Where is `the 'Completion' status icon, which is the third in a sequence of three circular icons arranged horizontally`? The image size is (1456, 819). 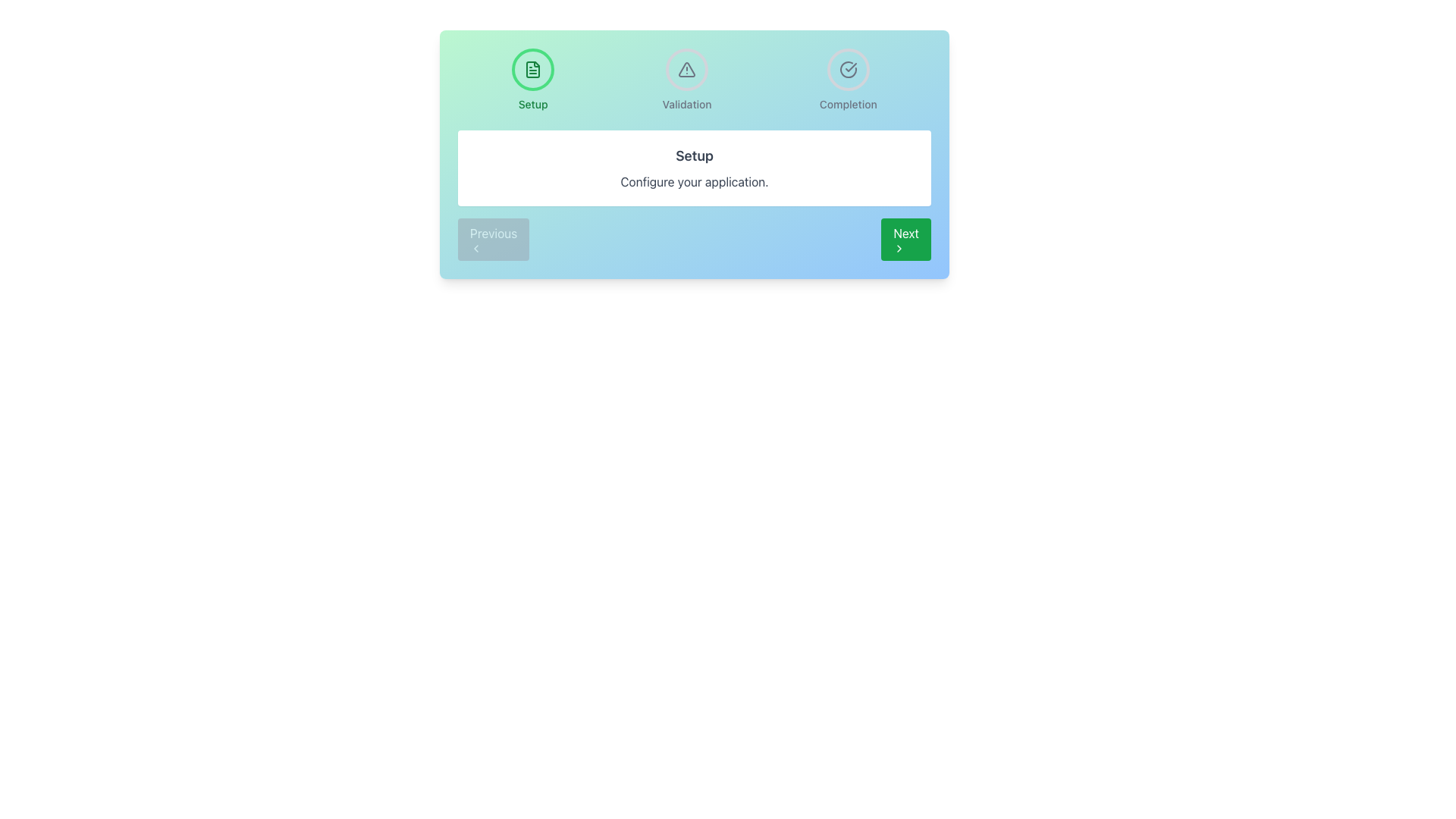 the 'Completion' status icon, which is the third in a sequence of three circular icons arranged horizontally is located at coordinates (847, 70).